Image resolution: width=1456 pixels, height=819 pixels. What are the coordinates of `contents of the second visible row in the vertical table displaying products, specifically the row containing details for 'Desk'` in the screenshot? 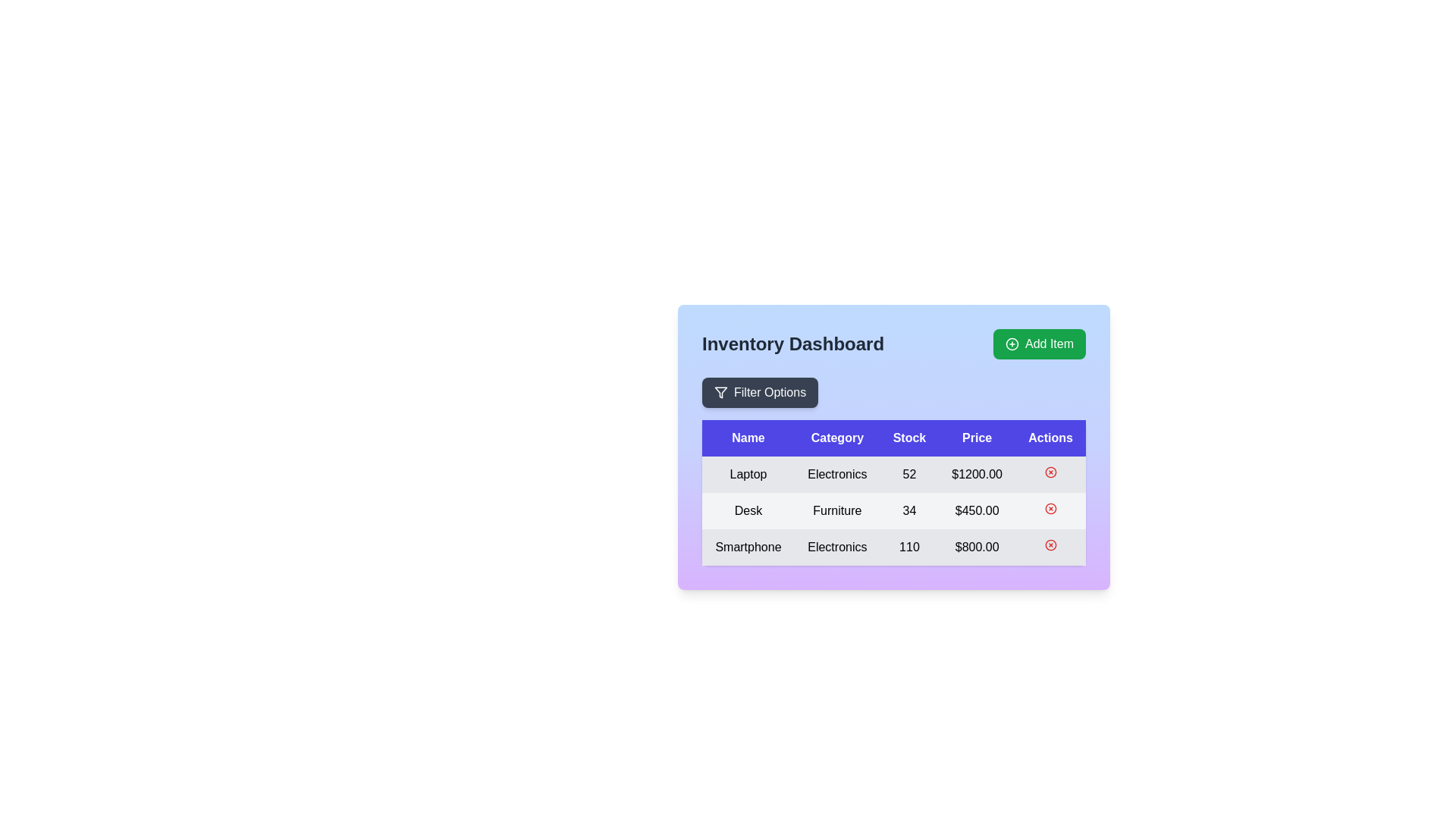 It's located at (894, 493).